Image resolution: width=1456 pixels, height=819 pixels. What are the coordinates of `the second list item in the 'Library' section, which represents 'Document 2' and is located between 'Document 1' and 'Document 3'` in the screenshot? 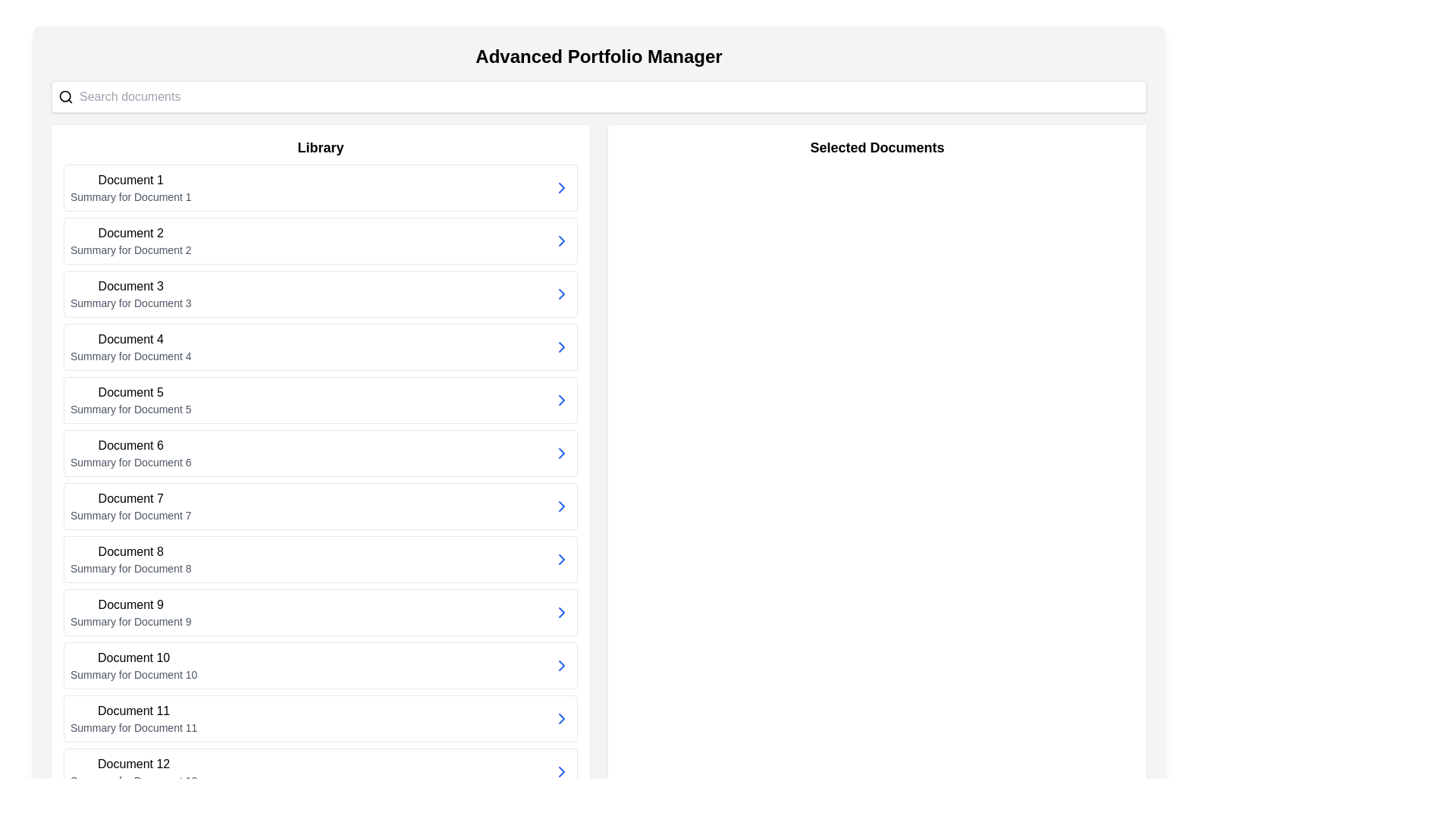 It's located at (319, 240).